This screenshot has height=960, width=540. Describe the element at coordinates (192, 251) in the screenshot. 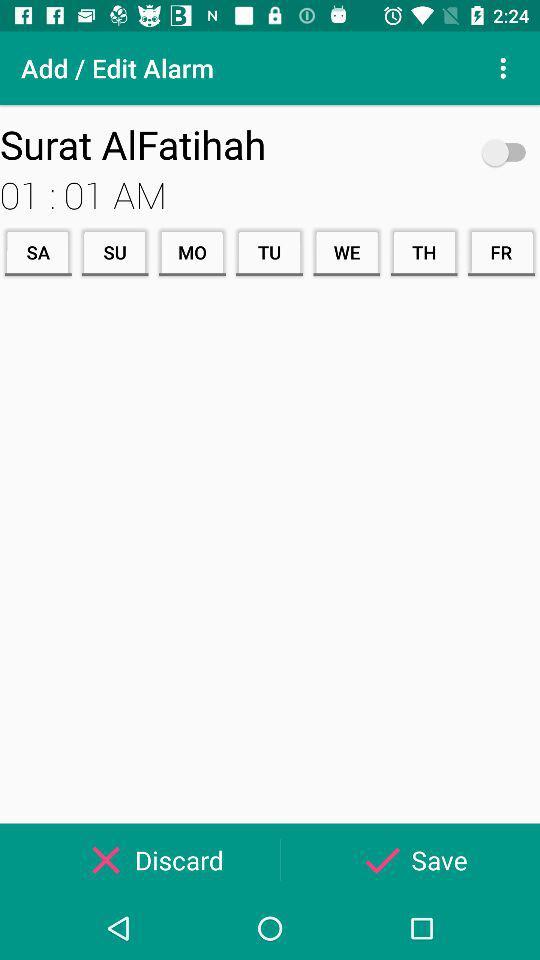

I see `mo item` at that location.